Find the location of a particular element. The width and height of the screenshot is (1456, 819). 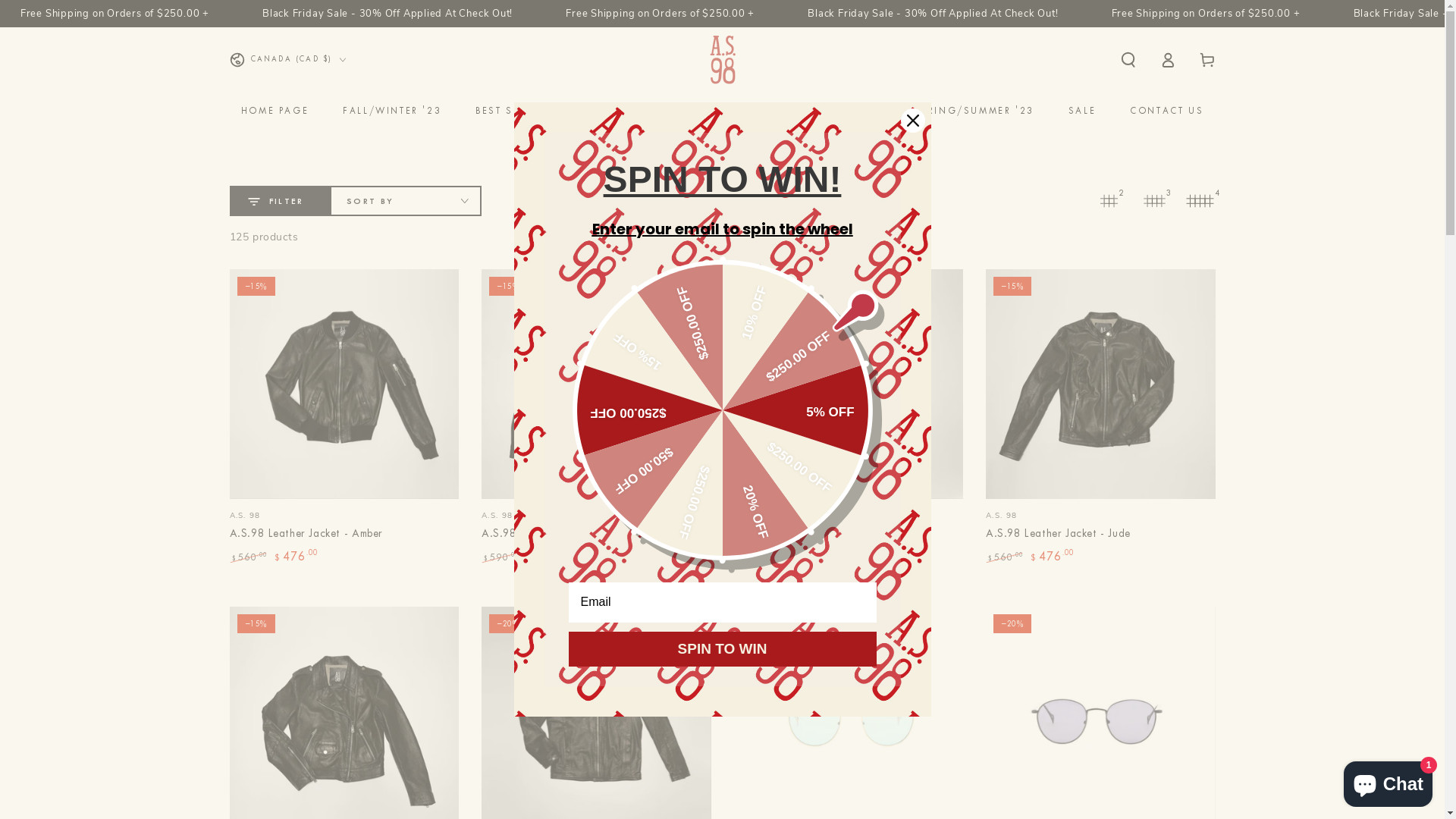

'FALL/WINTER '23' is located at coordinates (392, 109).